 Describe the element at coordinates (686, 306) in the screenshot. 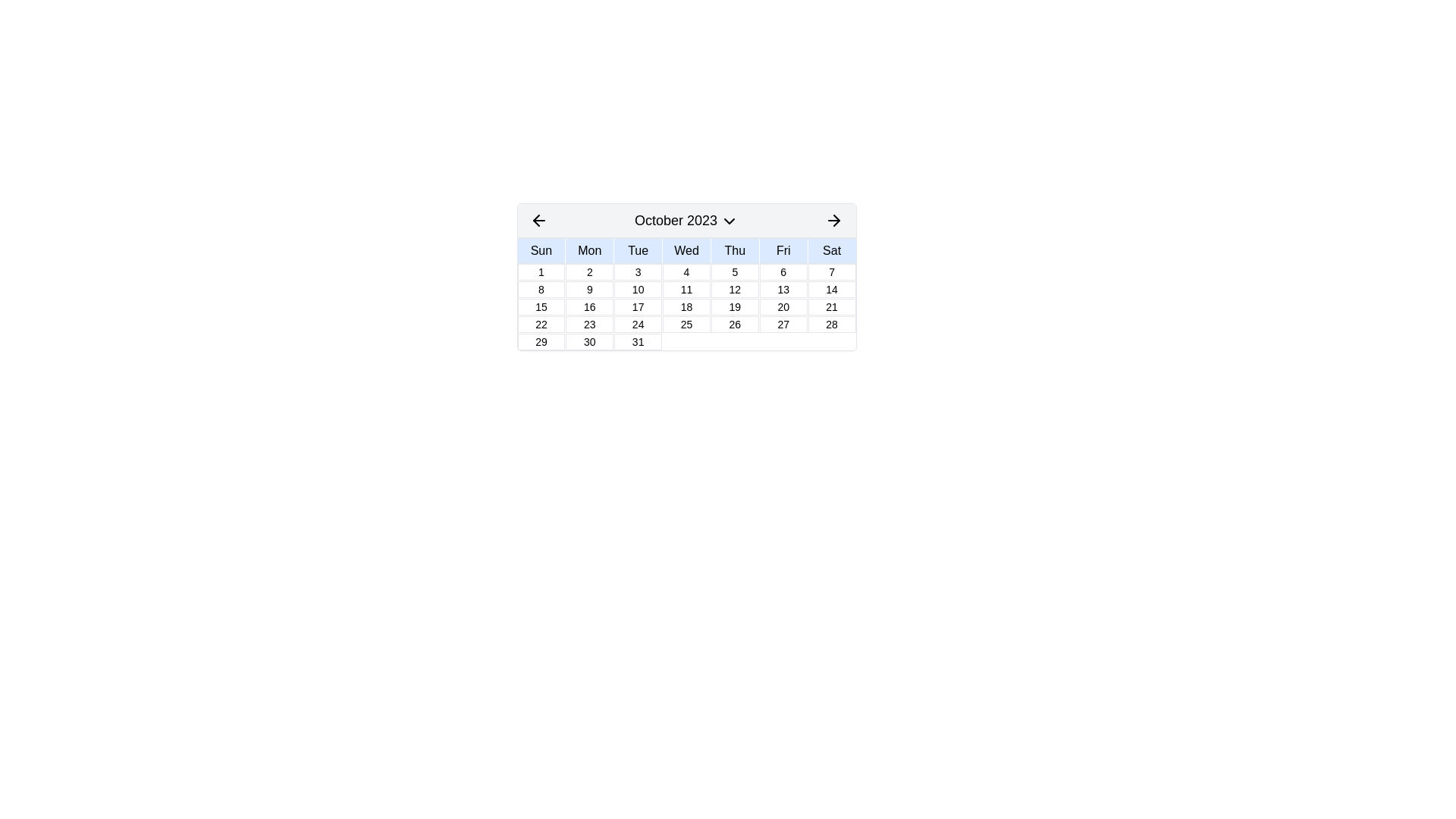

I see `the grid of calendar day cells` at that location.